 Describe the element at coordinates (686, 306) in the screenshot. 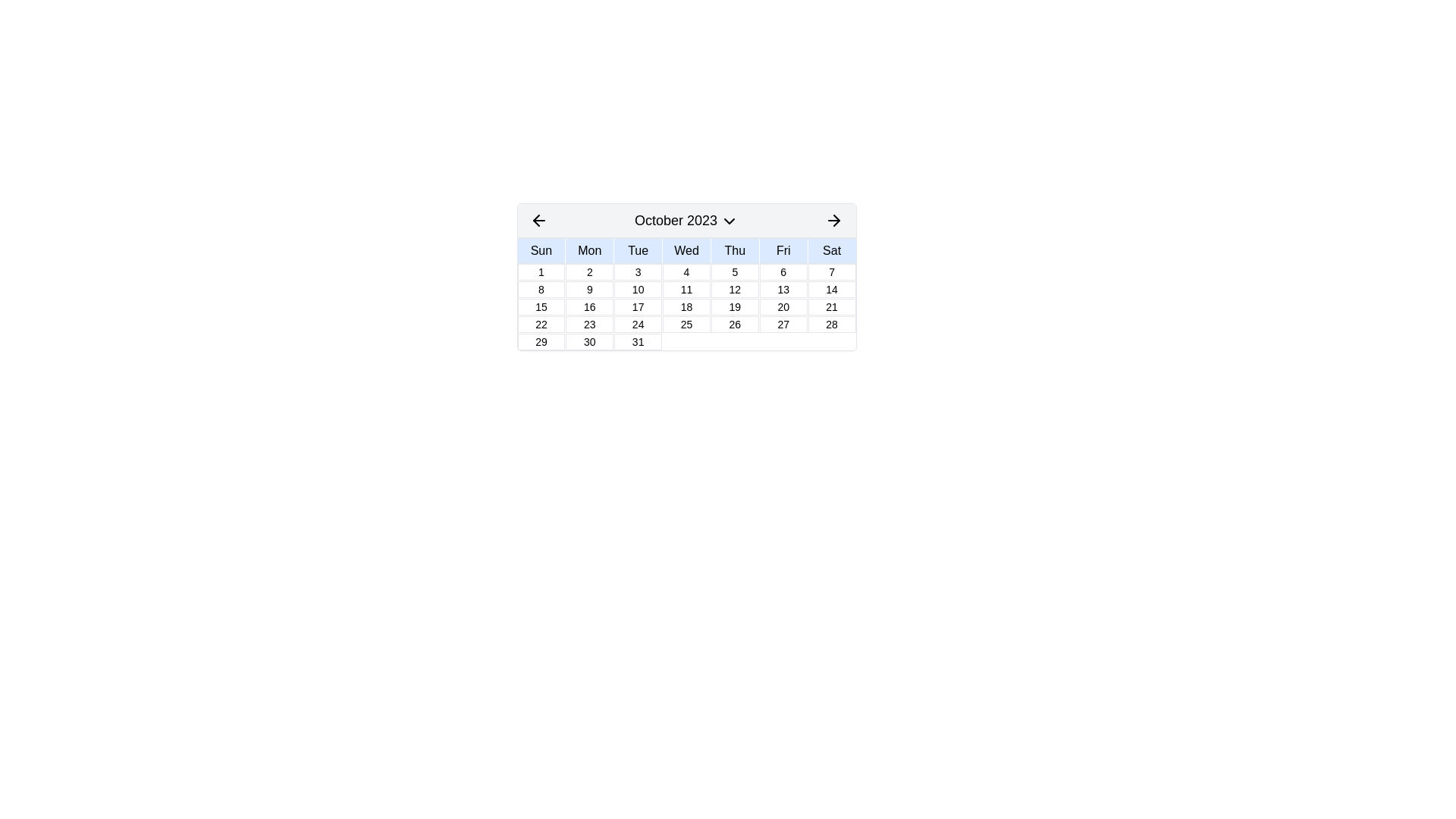

I see `the grid of calendar day cells` at that location.